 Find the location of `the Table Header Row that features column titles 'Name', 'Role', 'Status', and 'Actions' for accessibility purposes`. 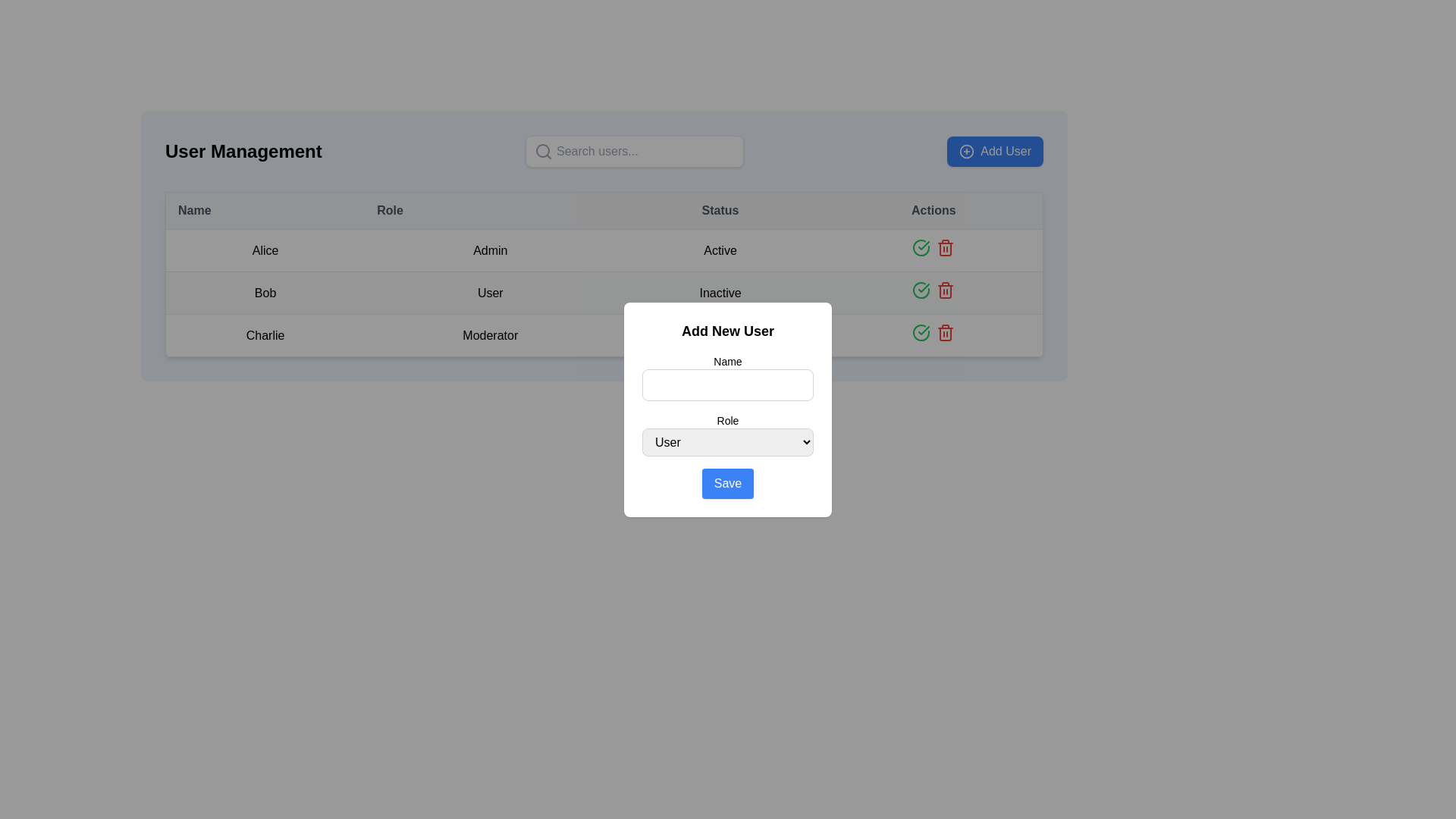

the Table Header Row that features column titles 'Name', 'Role', 'Status', and 'Actions' for accessibility purposes is located at coordinates (603, 210).